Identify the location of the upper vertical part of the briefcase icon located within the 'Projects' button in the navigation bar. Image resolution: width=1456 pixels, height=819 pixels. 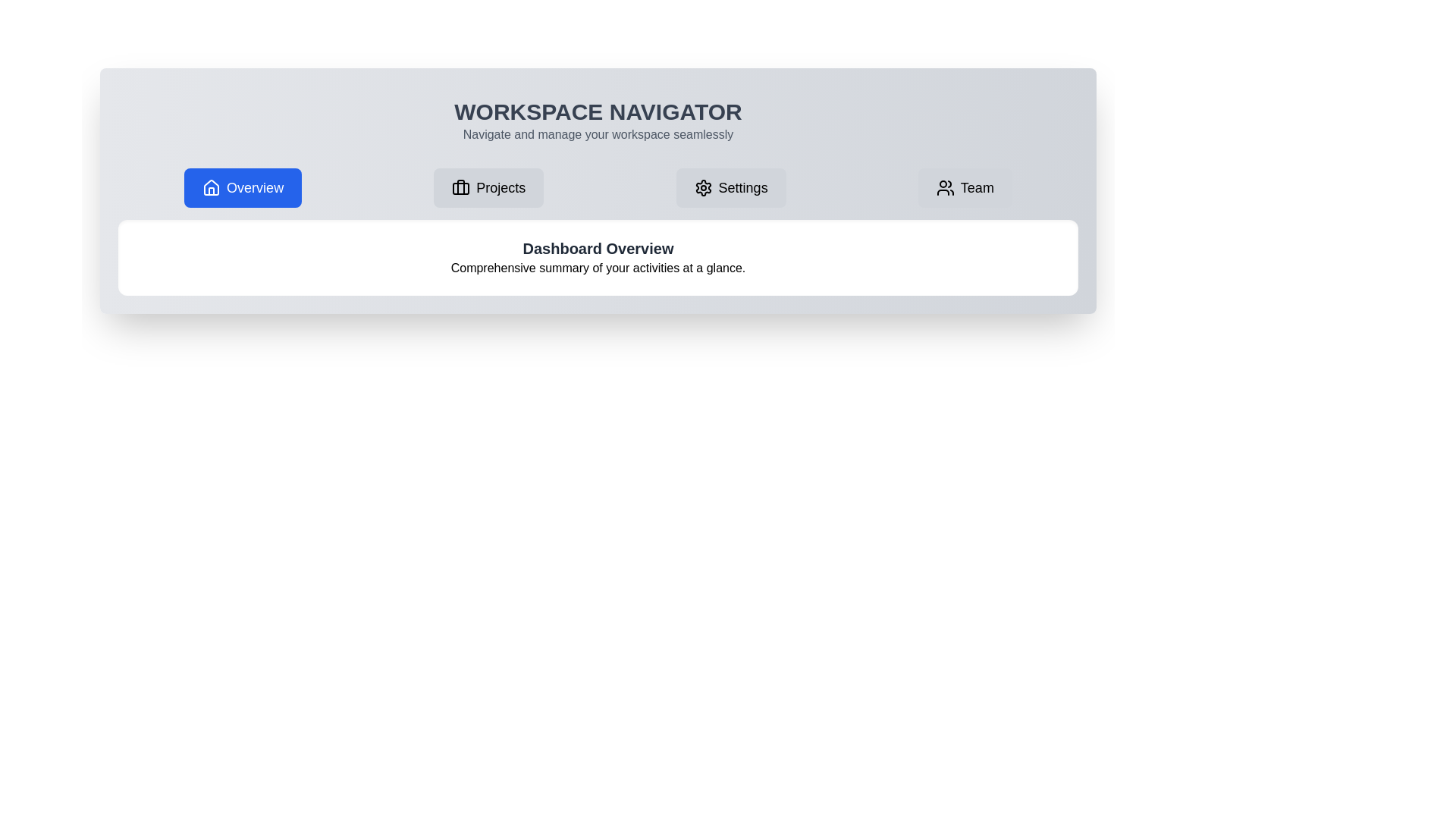
(460, 186).